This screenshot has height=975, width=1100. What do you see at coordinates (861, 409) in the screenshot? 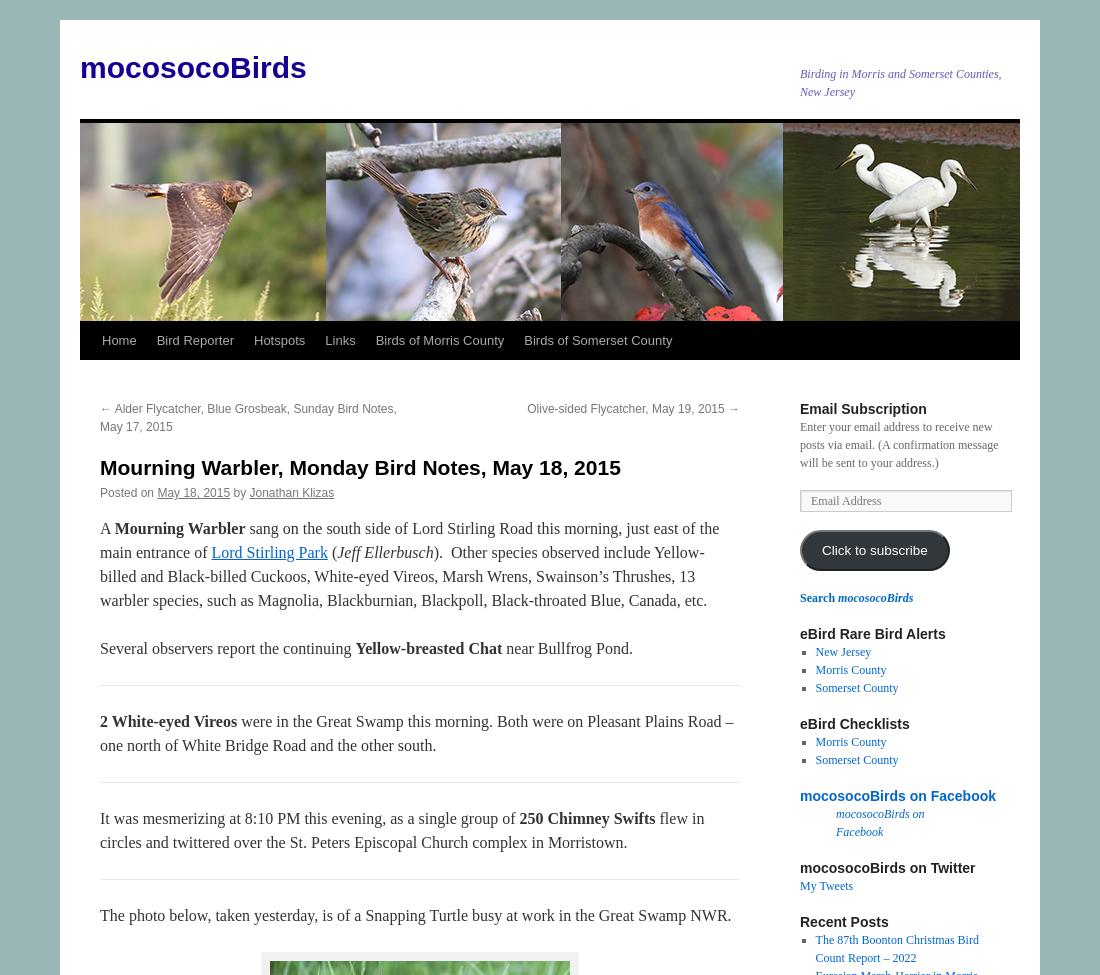
I see `'Email Subscription'` at bounding box center [861, 409].